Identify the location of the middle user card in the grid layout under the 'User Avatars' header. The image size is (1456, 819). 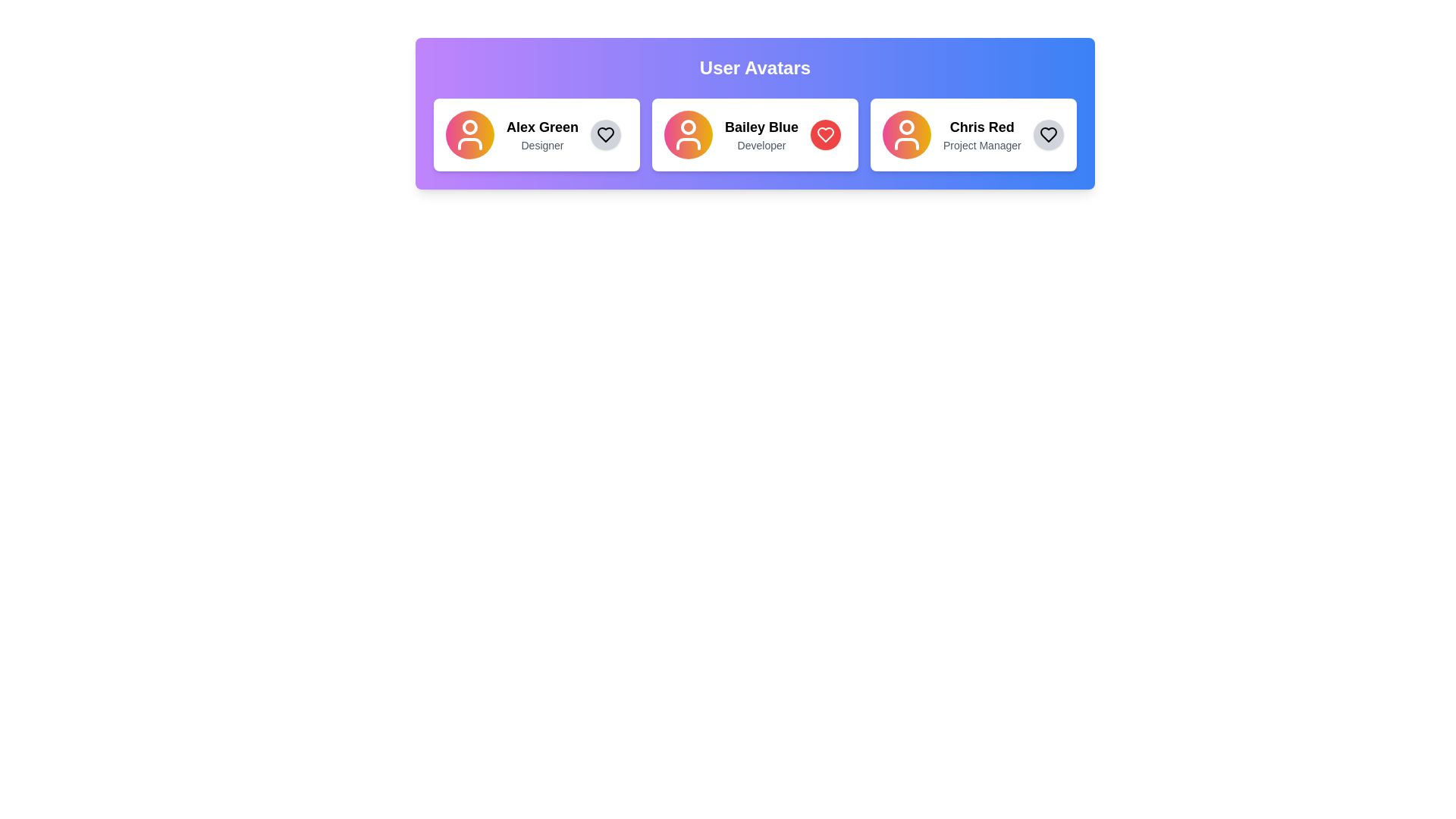
(755, 133).